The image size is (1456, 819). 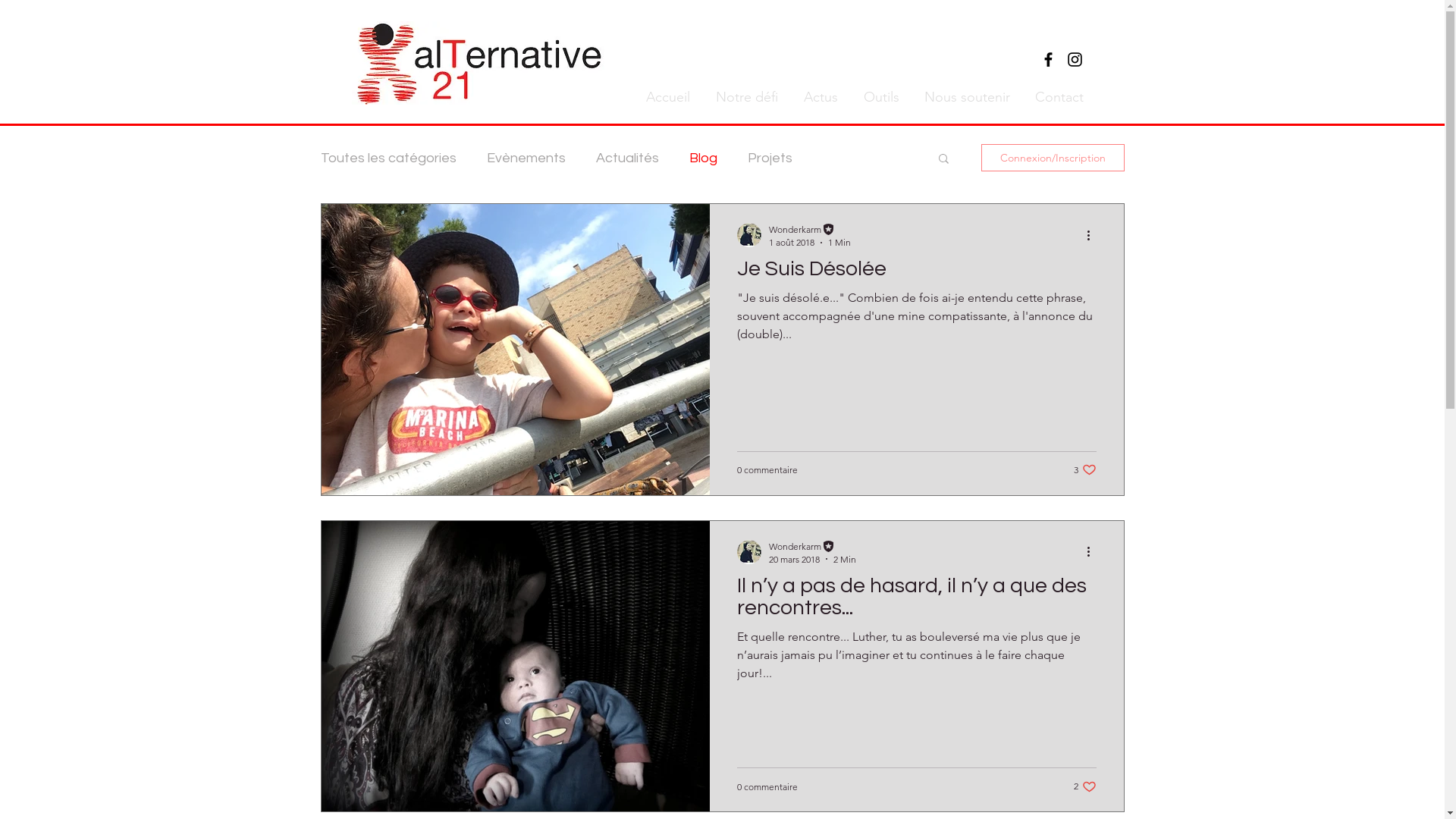 I want to click on 'Projets', so click(x=770, y=157).